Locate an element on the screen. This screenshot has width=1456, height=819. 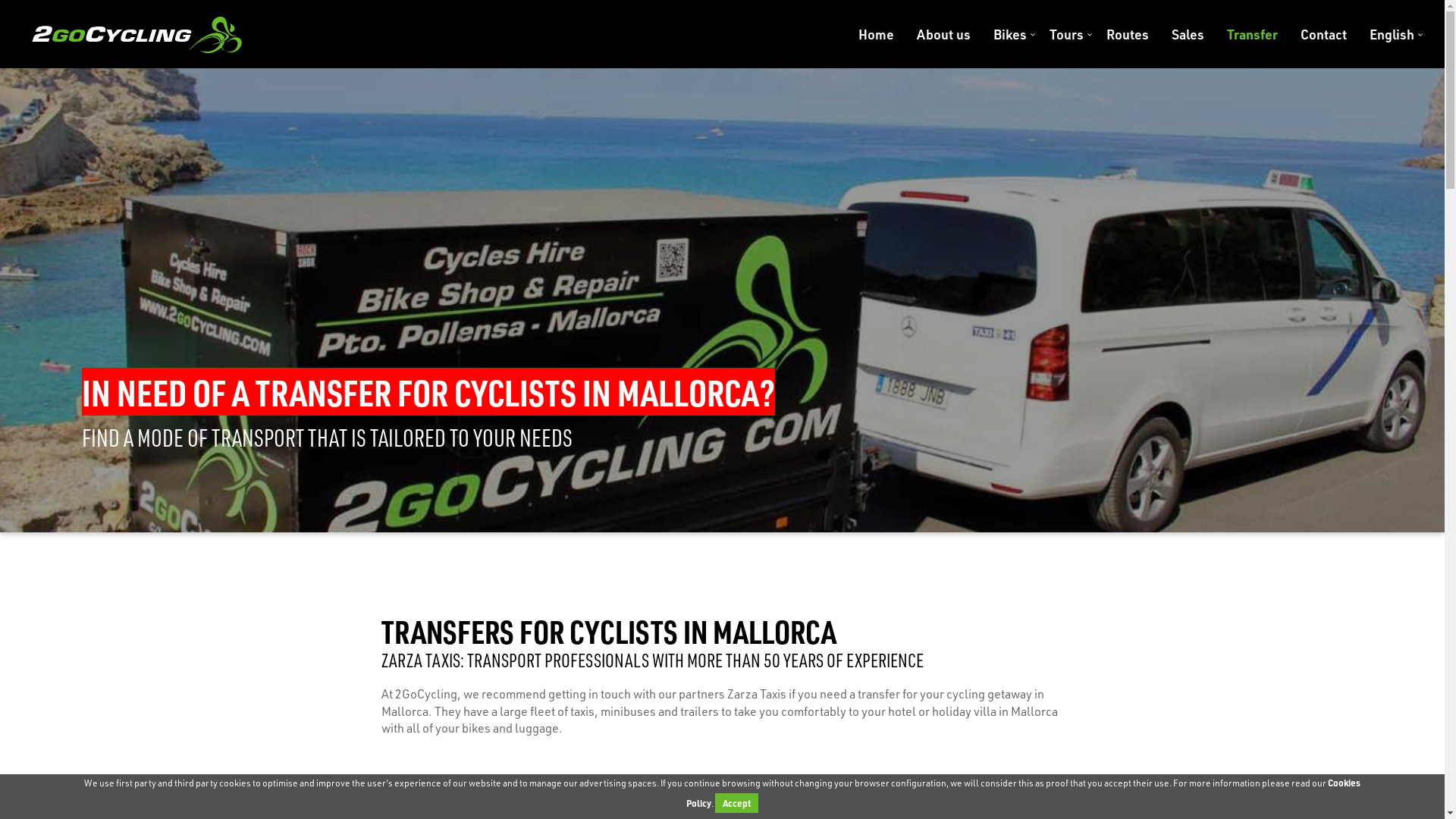
'Transfer' is located at coordinates (1252, 34).